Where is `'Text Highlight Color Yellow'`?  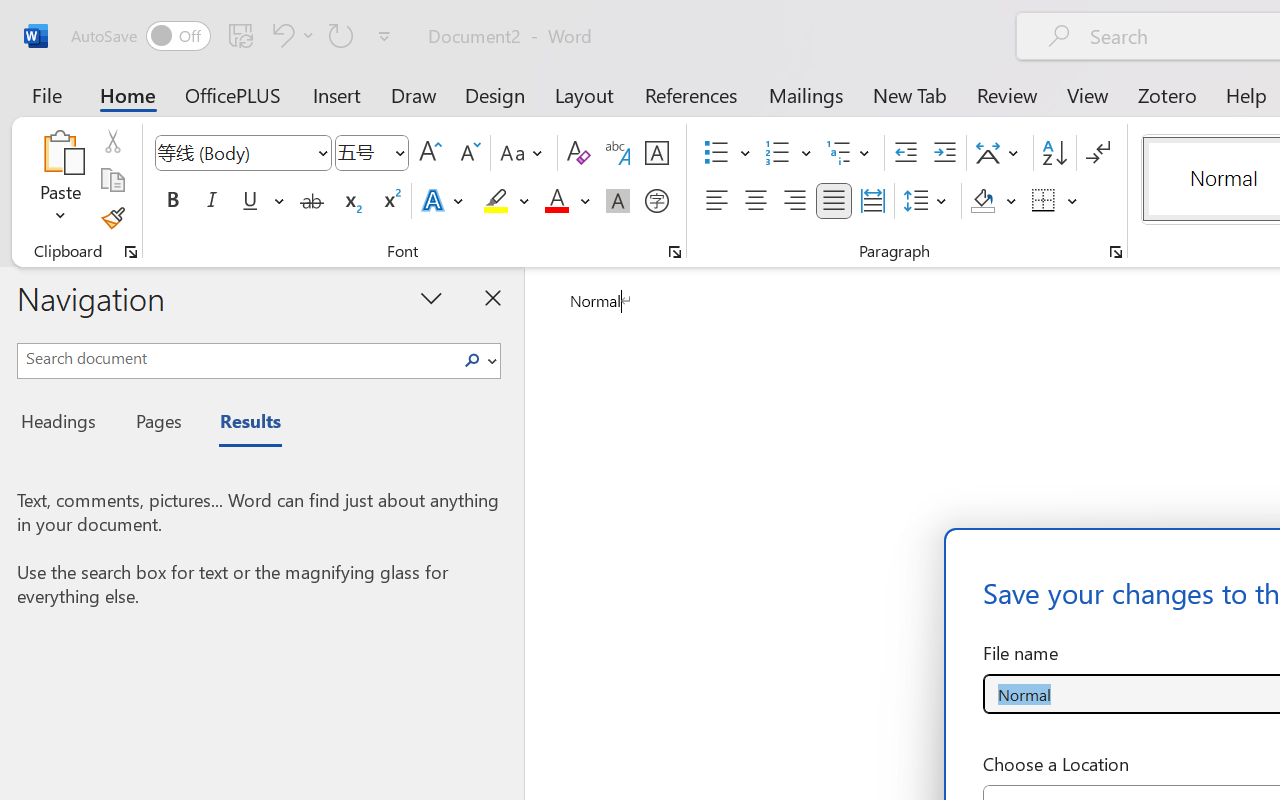 'Text Highlight Color Yellow' is located at coordinates (496, 201).